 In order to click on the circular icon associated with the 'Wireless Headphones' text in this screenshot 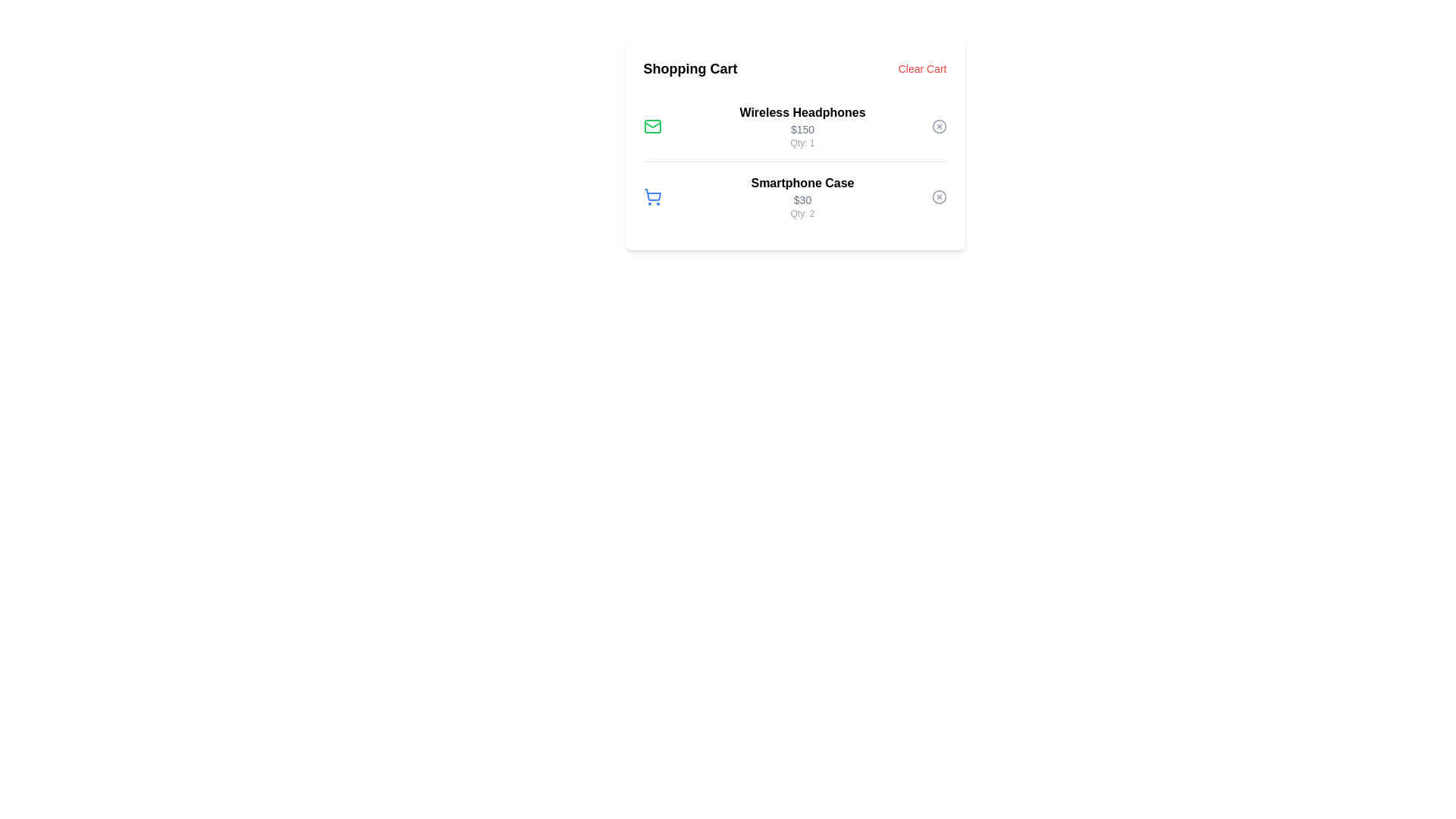, I will do `click(938, 125)`.